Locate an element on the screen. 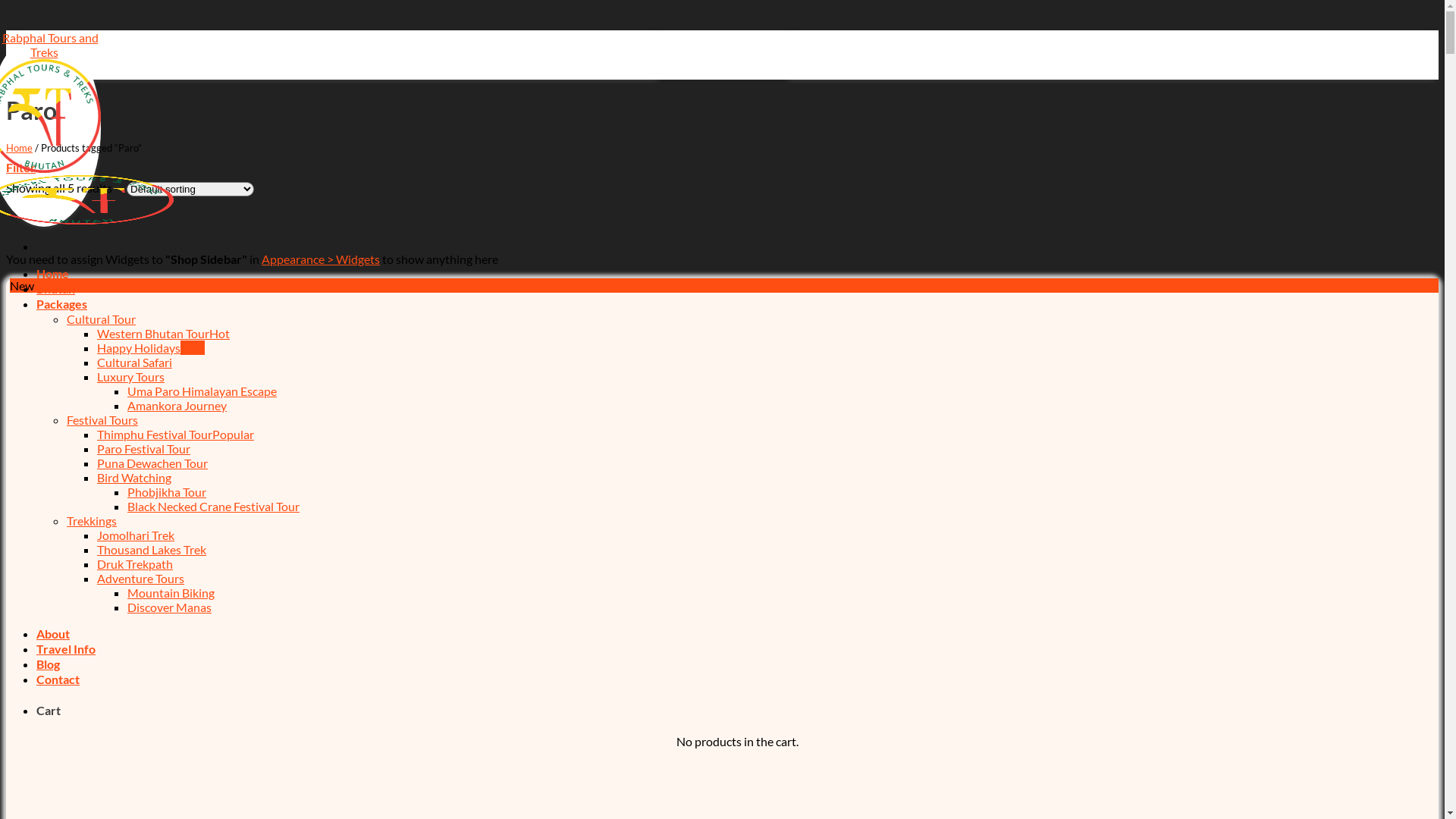 Image resolution: width=1456 pixels, height=819 pixels. 'Home' is located at coordinates (36, 273).